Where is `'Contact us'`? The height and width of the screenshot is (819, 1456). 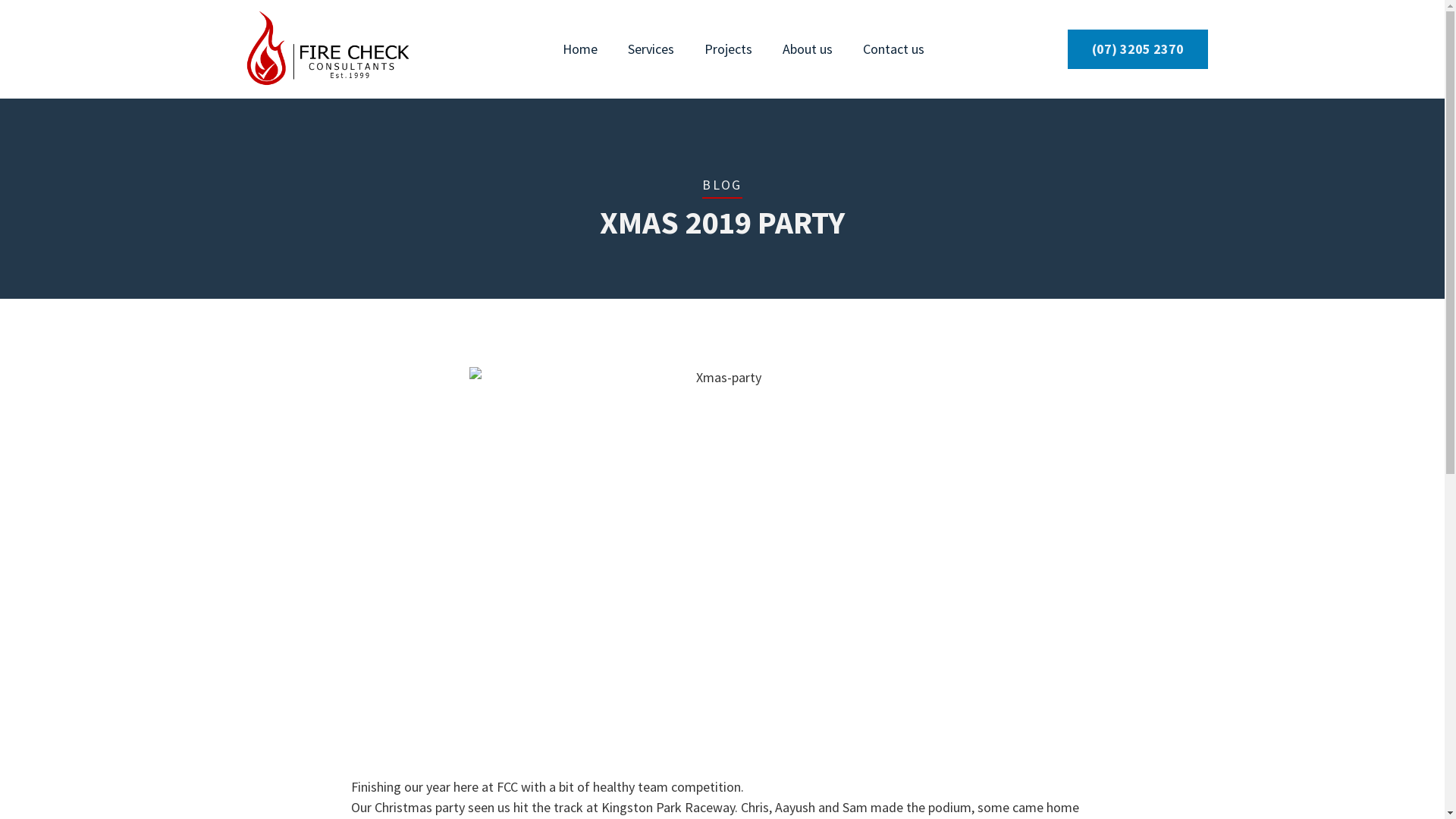 'Contact us' is located at coordinates (893, 49).